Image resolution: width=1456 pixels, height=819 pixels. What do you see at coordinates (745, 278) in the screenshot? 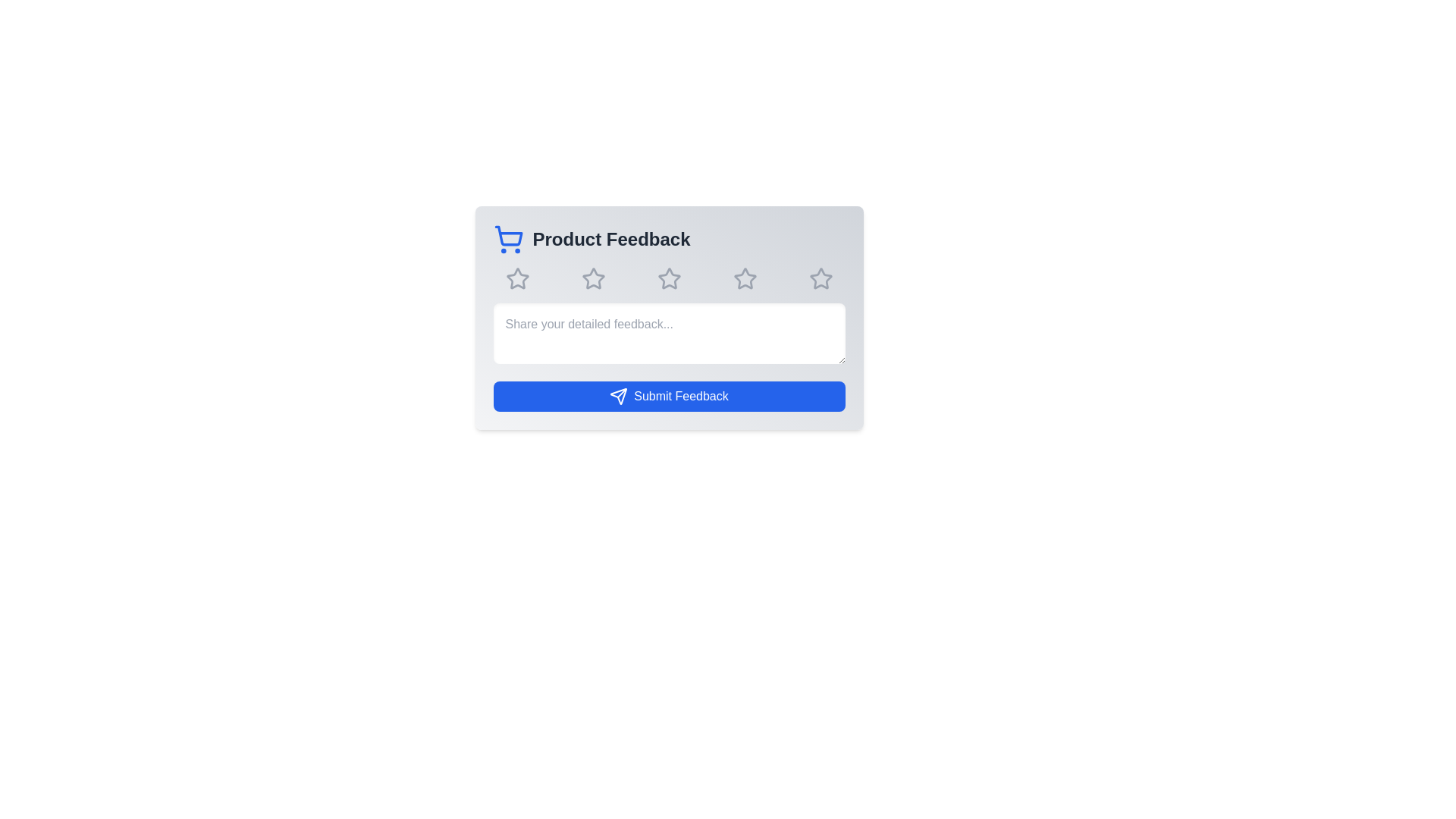
I see `the fourth star icon in the horizontal series of five stars` at bounding box center [745, 278].